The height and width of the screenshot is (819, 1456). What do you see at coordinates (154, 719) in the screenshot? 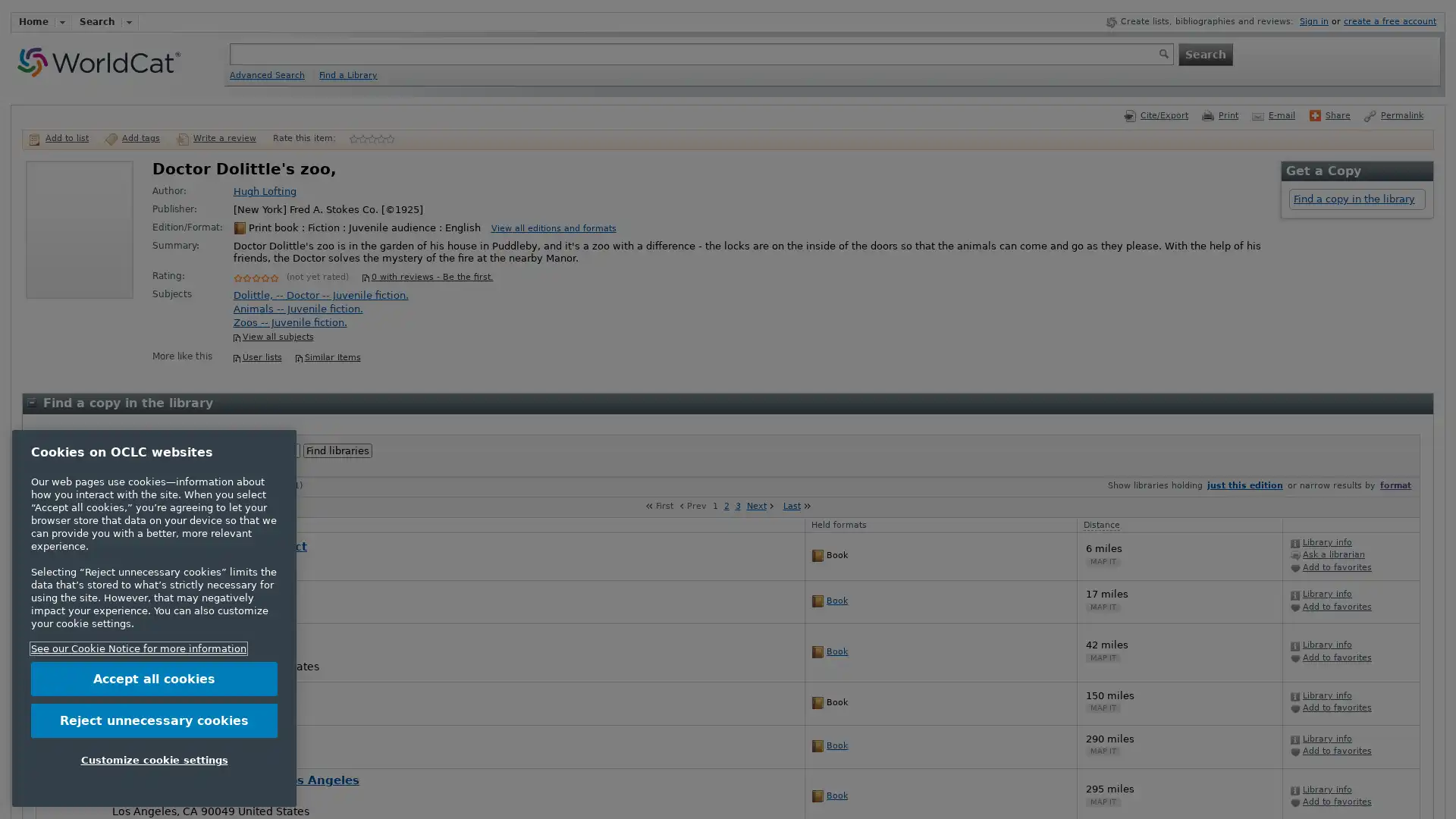
I see `Reject unnecessary cookies` at bounding box center [154, 719].